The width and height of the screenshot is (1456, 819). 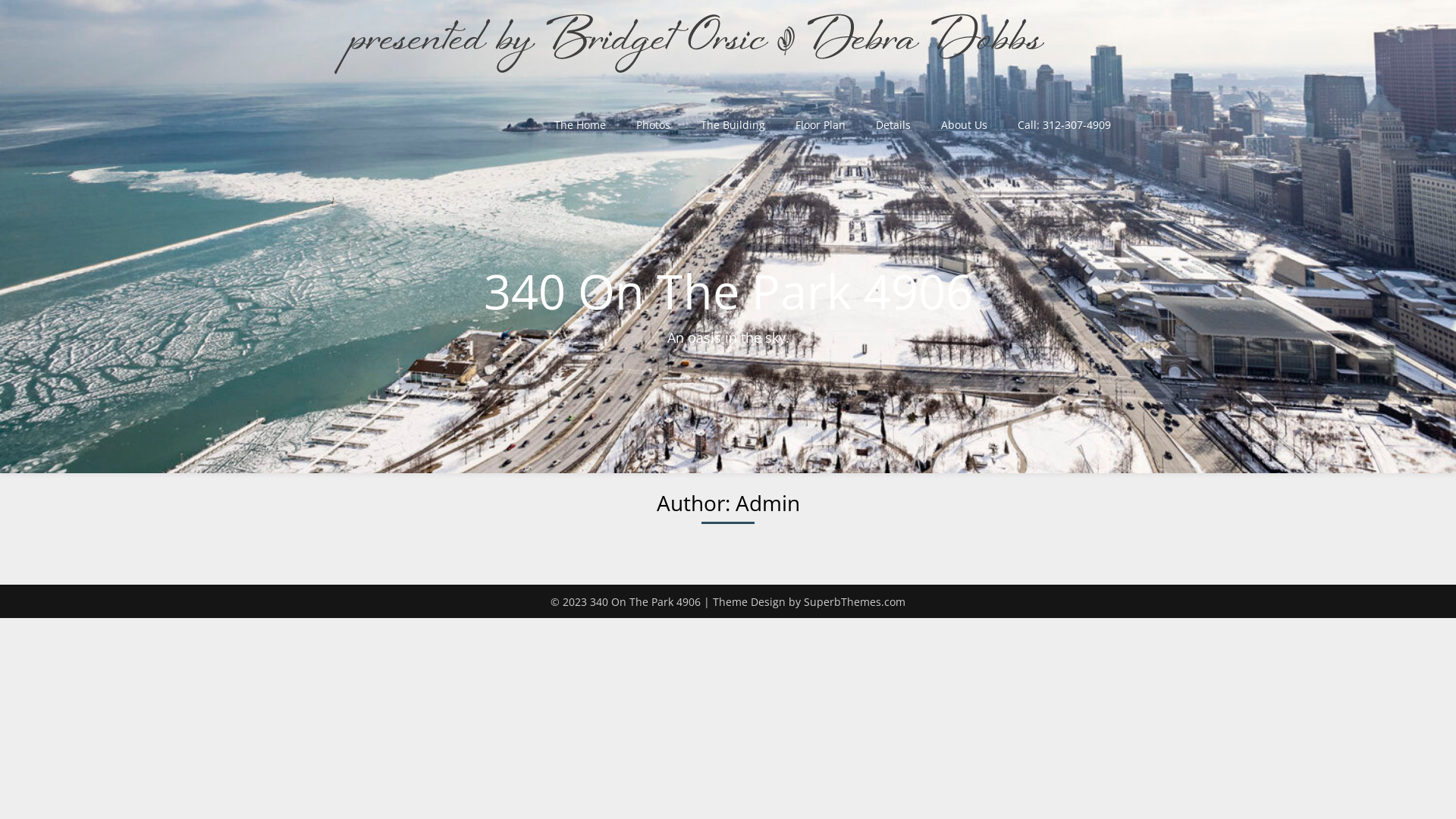 I want to click on 'Call: 312-307-4909', so click(x=1063, y=124).